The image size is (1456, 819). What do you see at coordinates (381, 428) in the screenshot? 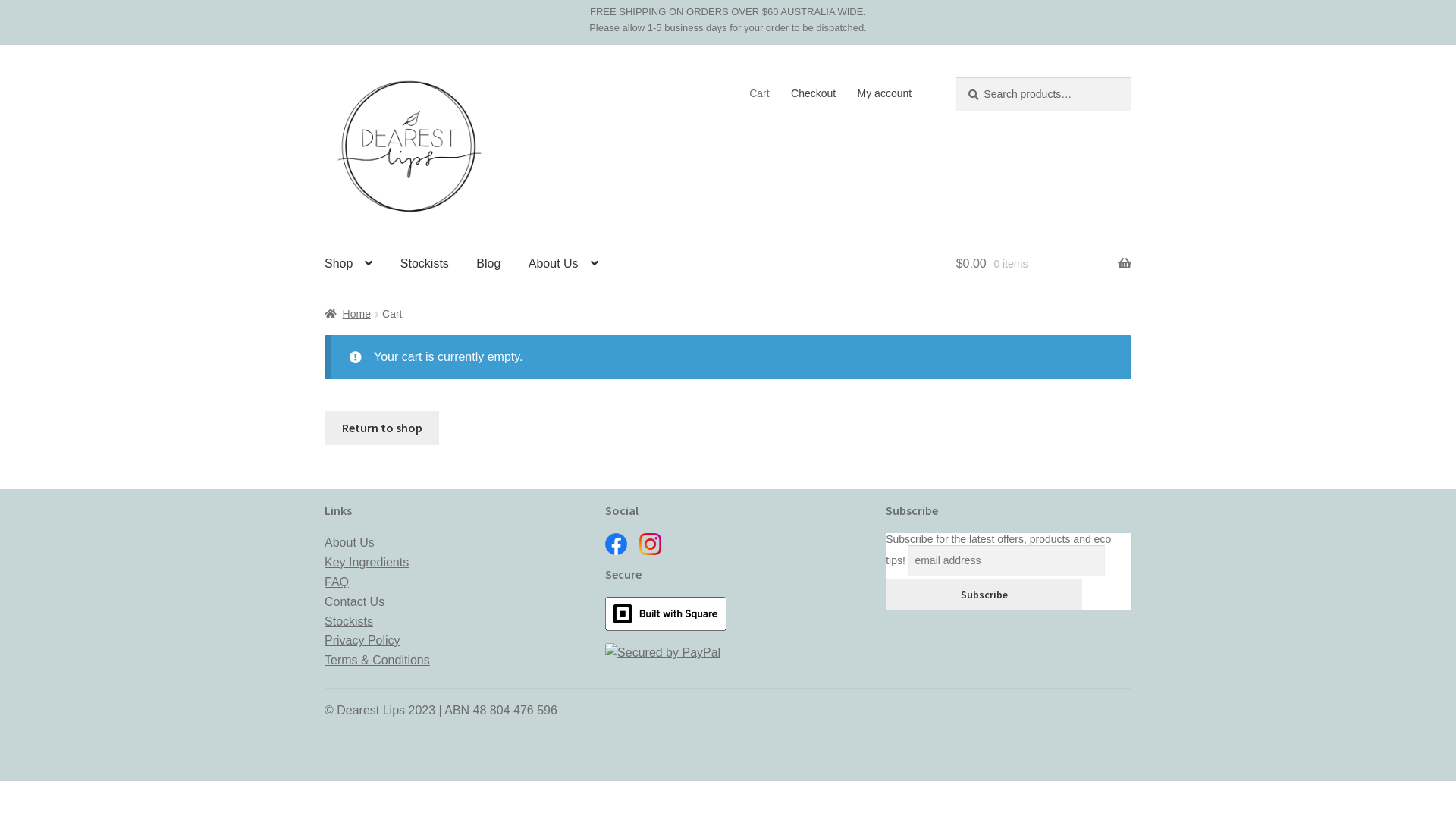
I see `'Return to shop'` at bounding box center [381, 428].